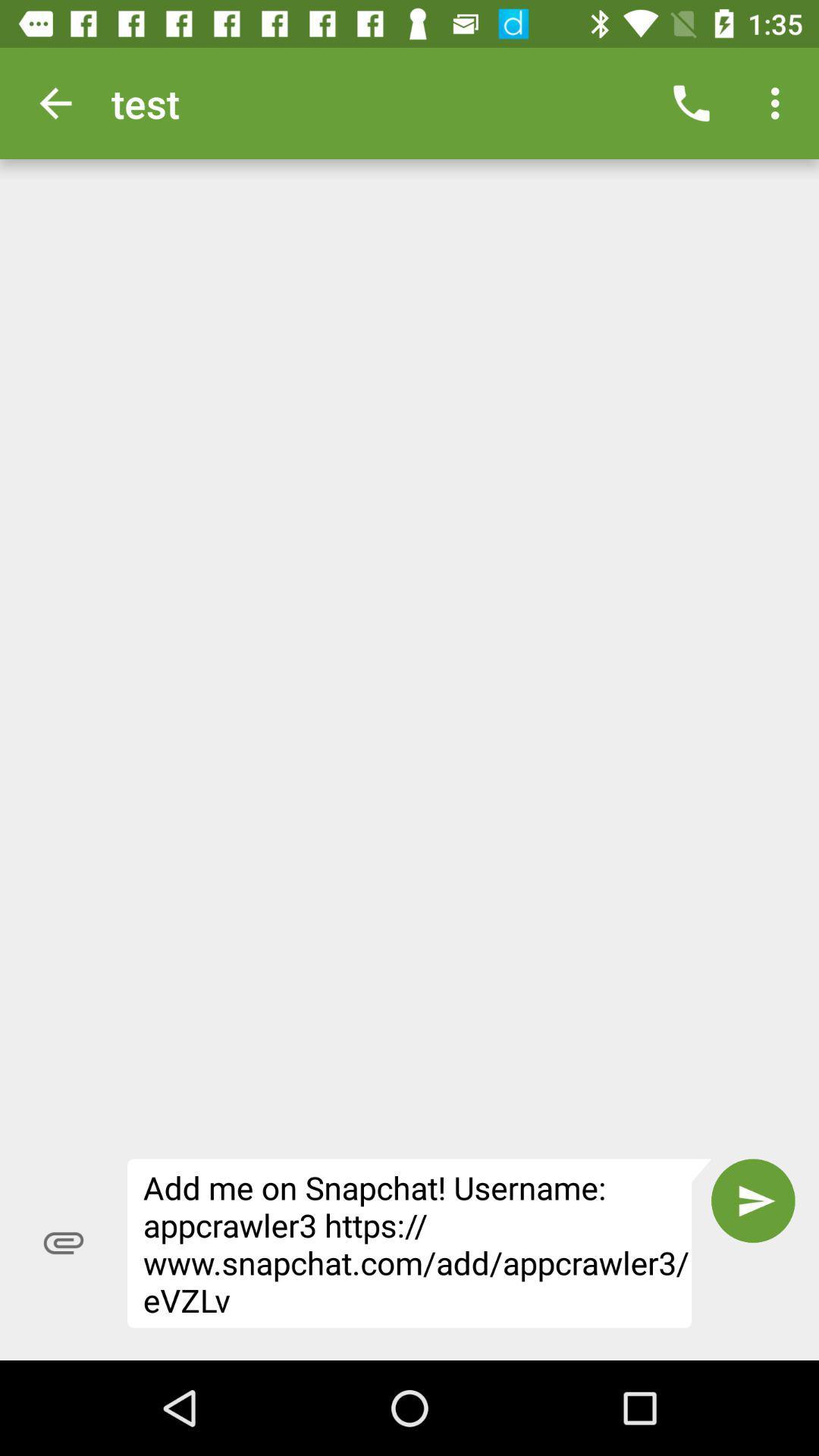 Image resolution: width=819 pixels, height=1456 pixels. Describe the element at coordinates (753, 1200) in the screenshot. I see `the send icon` at that location.